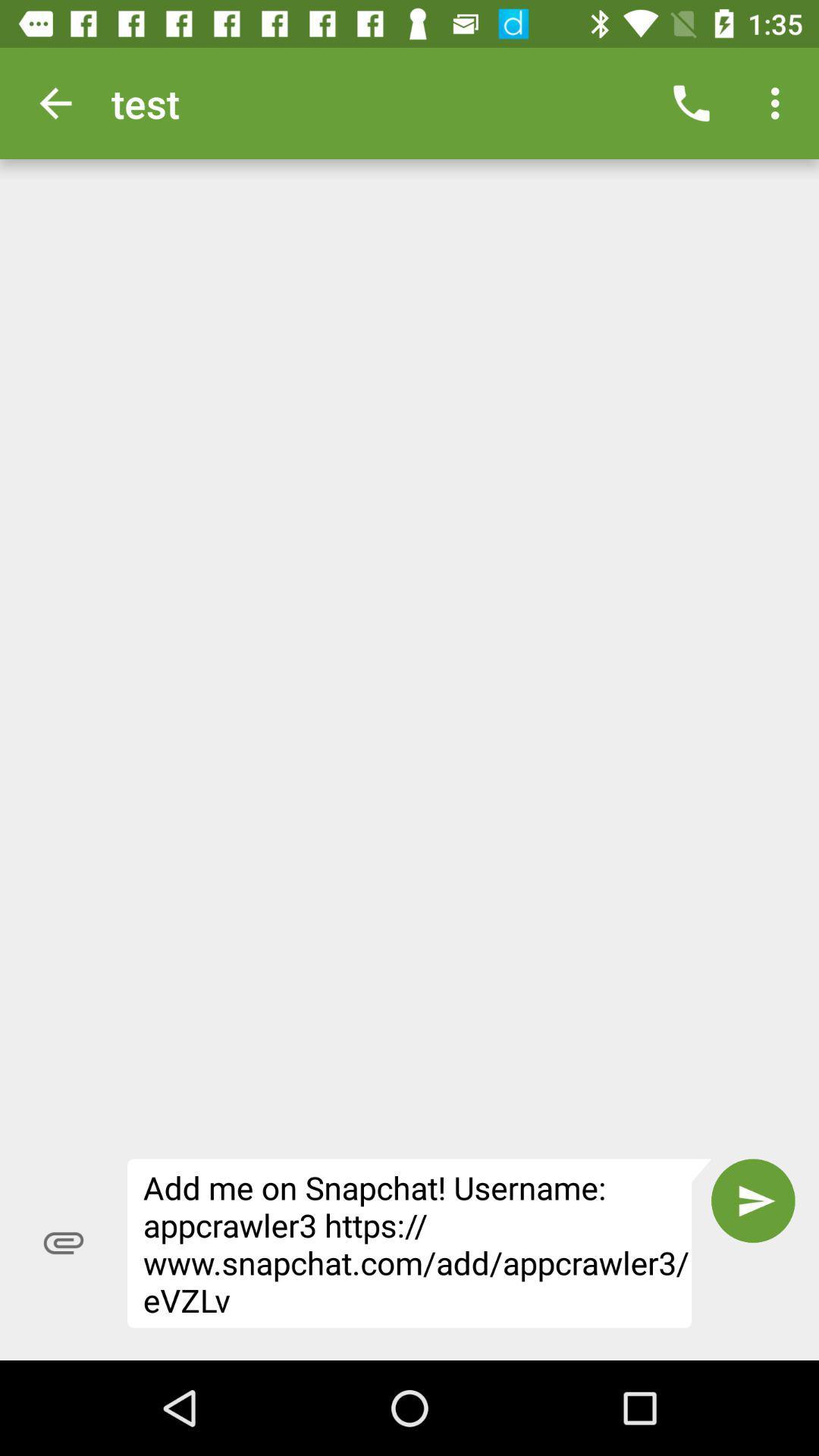 Image resolution: width=819 pixels, height=1456 pixels. Describe the element at coordinates (753, 1200) in the screenshot. I see `the send icon` at that location.